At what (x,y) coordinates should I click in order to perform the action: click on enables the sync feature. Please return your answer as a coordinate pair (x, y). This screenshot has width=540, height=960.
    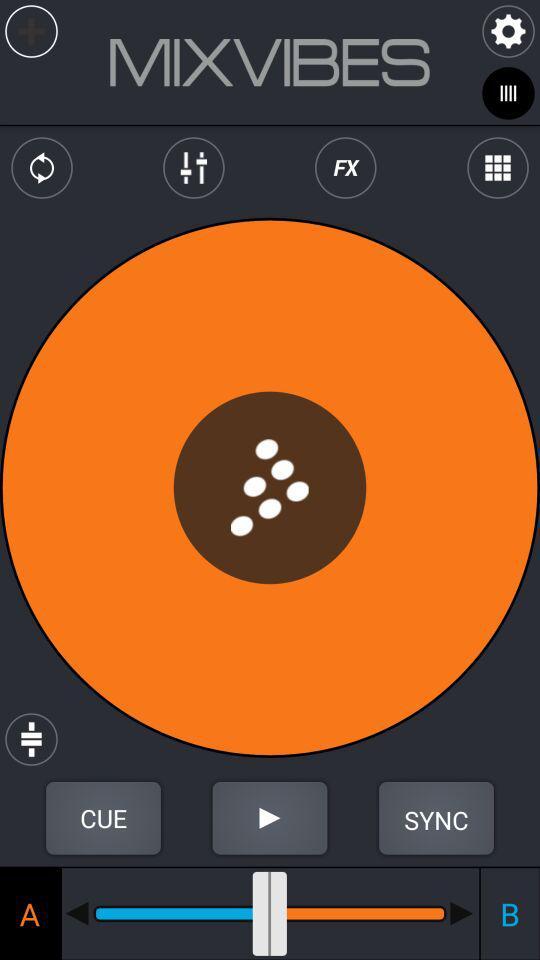
    Looking at the image, I should click on (435, 818).